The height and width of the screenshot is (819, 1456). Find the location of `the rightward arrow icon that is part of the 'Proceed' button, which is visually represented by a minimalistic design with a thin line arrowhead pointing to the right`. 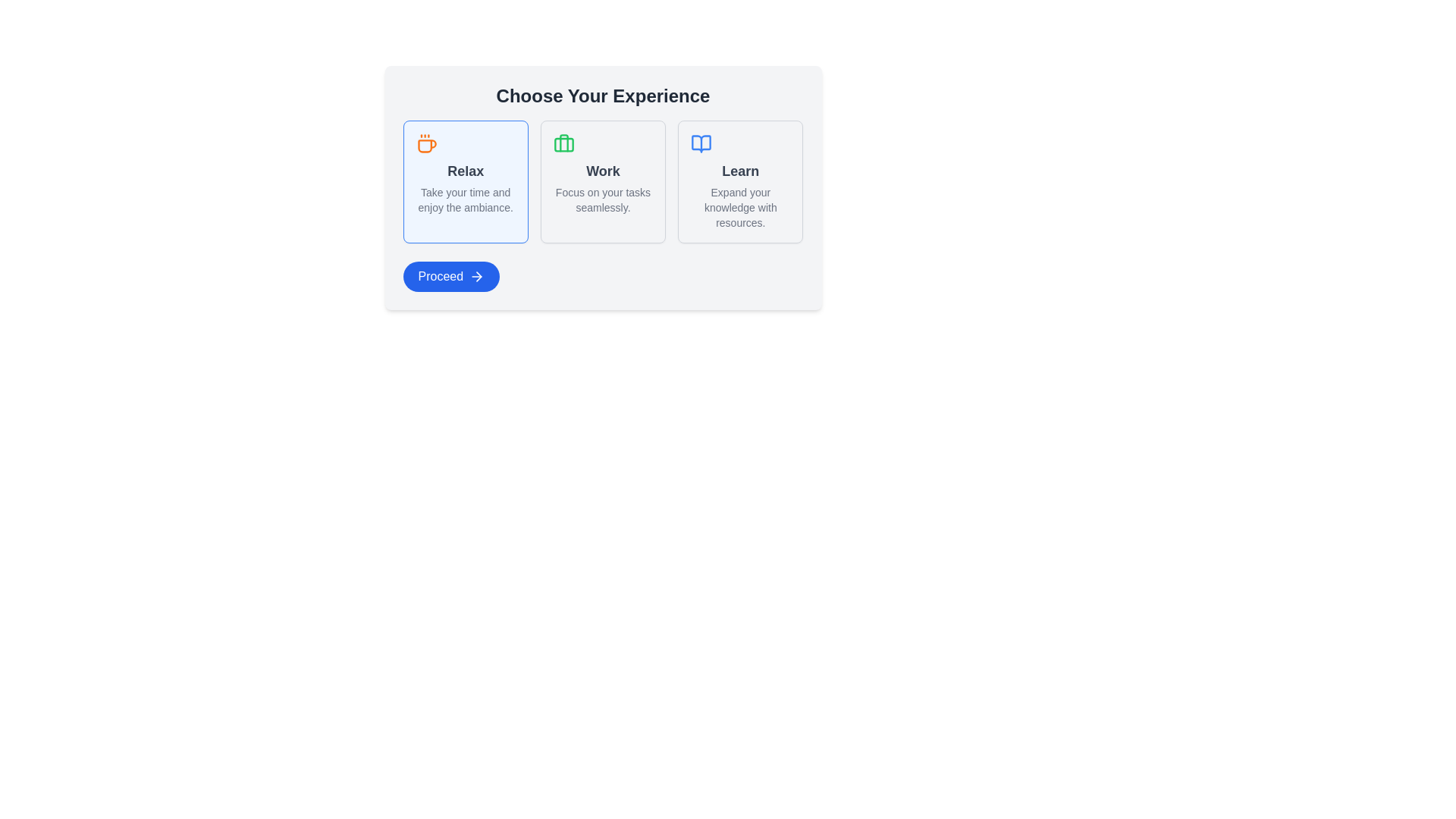

the rightward arrow icon that is part of the 'Proceed' button, which is visually represented by a minimalistic design with a thin line arrowhead pointing to the right is located at coordinates (479, 277).